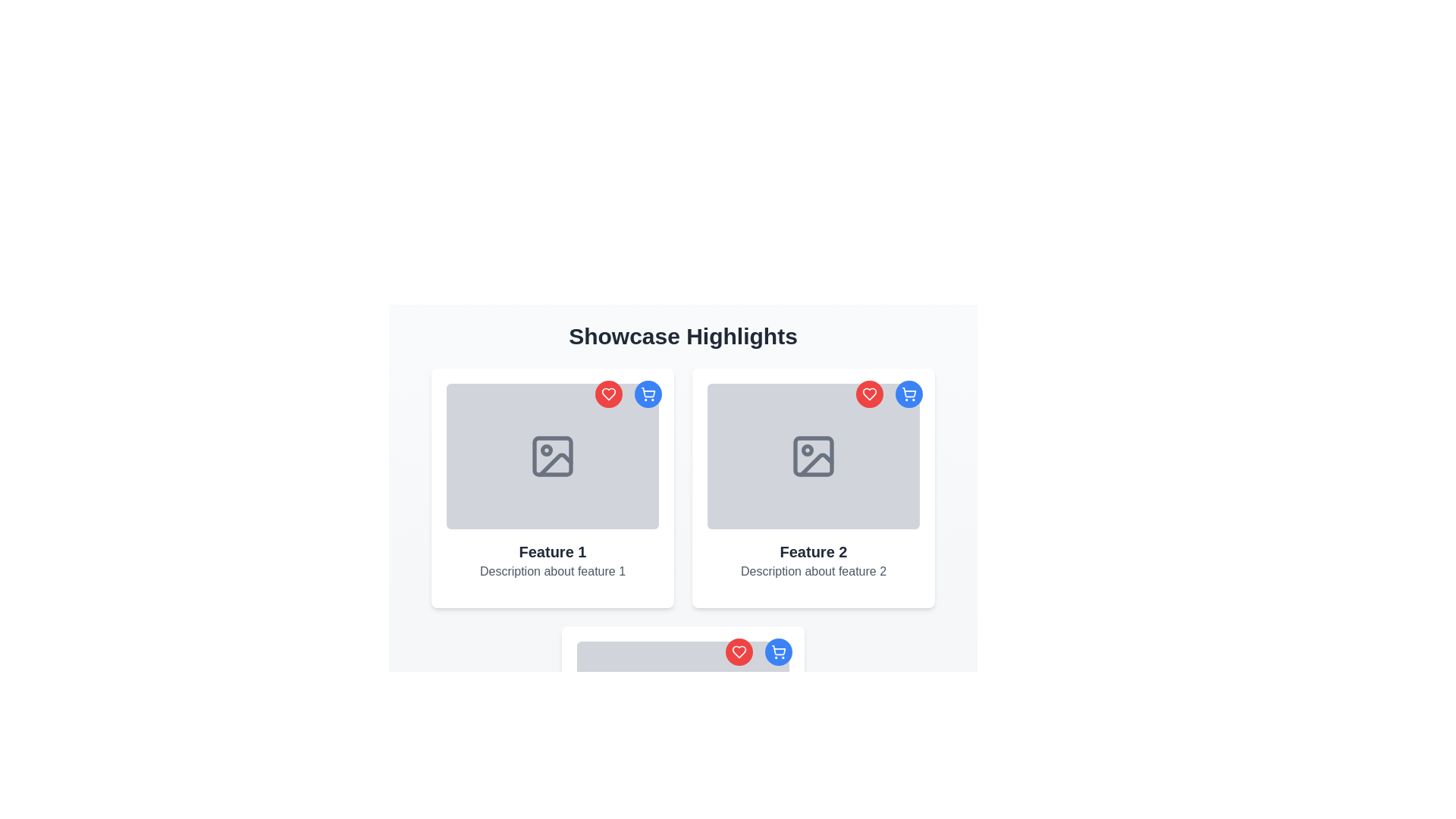  Describe the element at coordinates (552, 455) in the screenshot. I see `the small rounded rectangle in the SVG icon of the 'Feature 1' card, styled in light gray color` at that location.